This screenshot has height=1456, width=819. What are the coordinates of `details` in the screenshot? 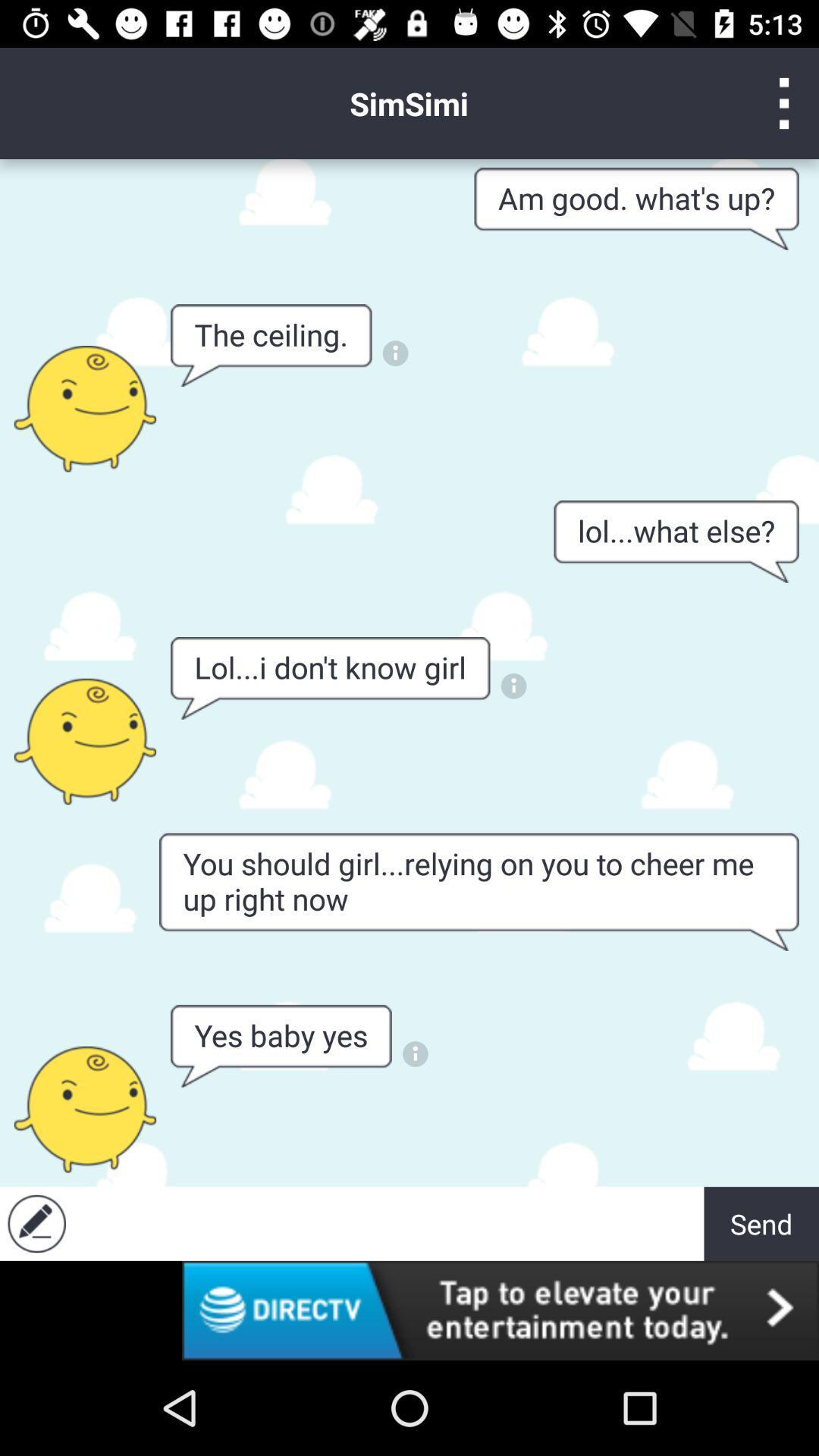 It's located at (513, 685).